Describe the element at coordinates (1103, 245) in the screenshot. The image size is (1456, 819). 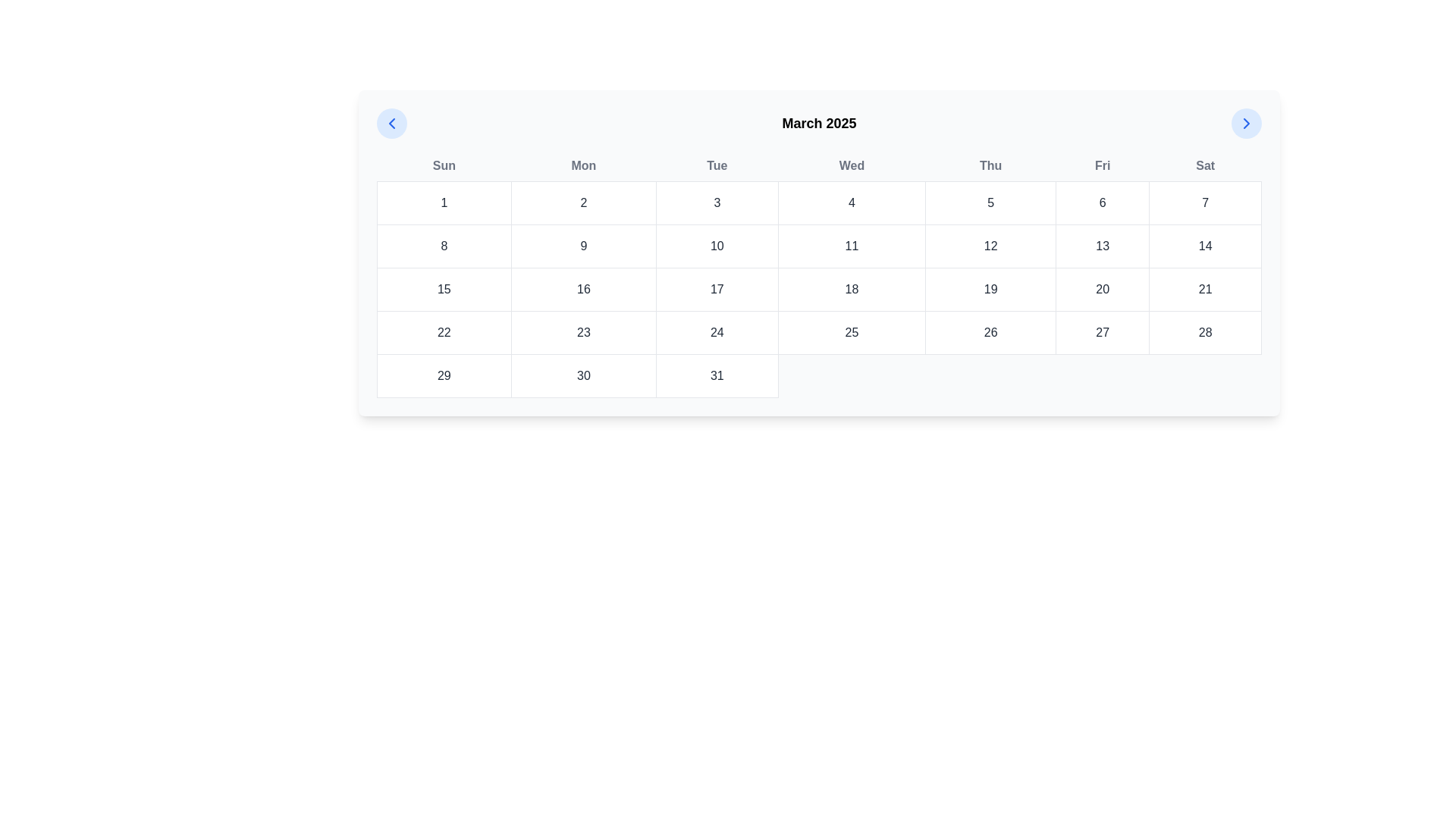
I see `the static text element displaying the day '13' in the calendar, located in the third column of the week row` at that location.